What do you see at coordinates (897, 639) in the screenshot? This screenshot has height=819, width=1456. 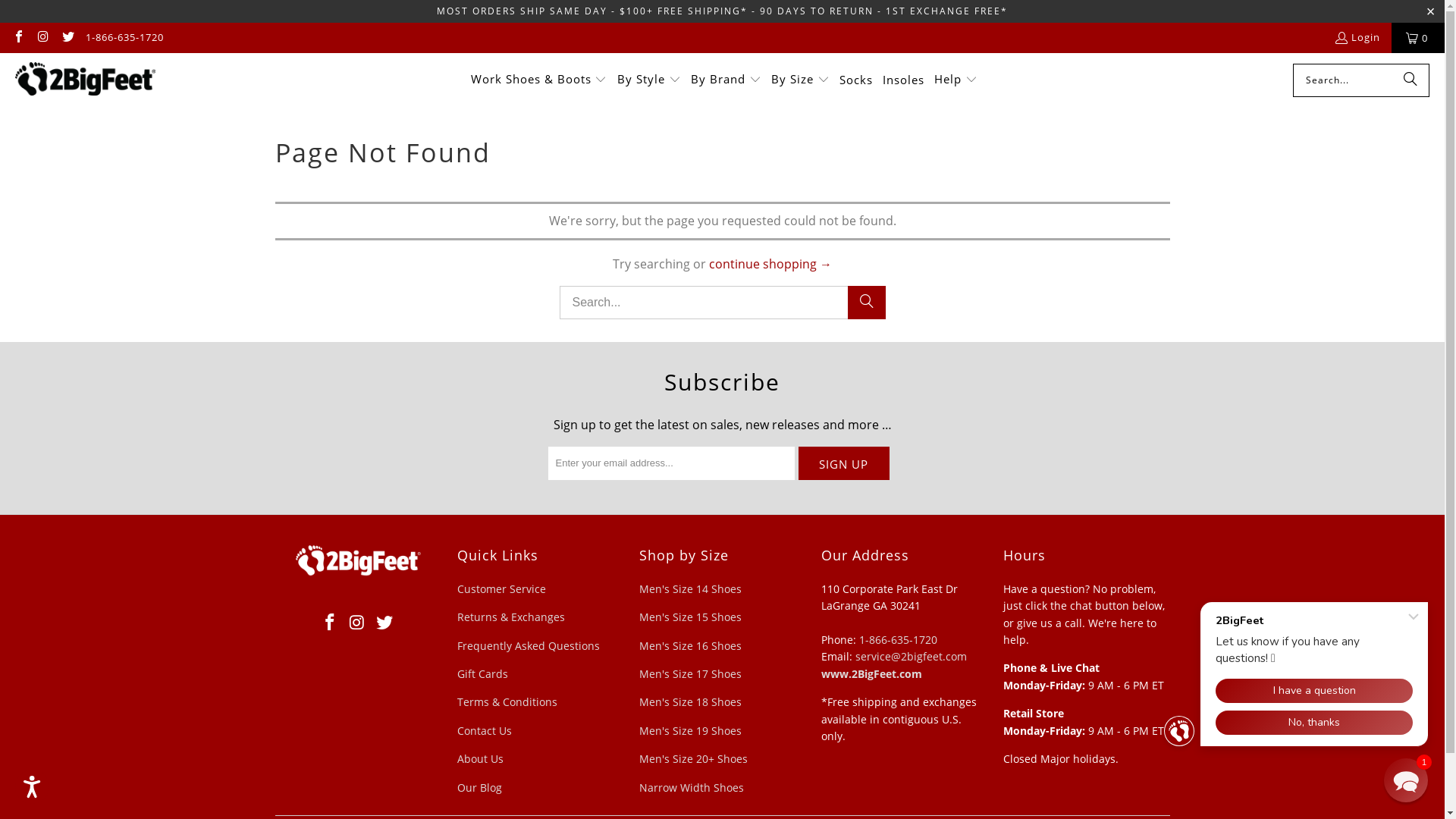 I see `'1-866-635-1720'` at bounding box center [897, 639].